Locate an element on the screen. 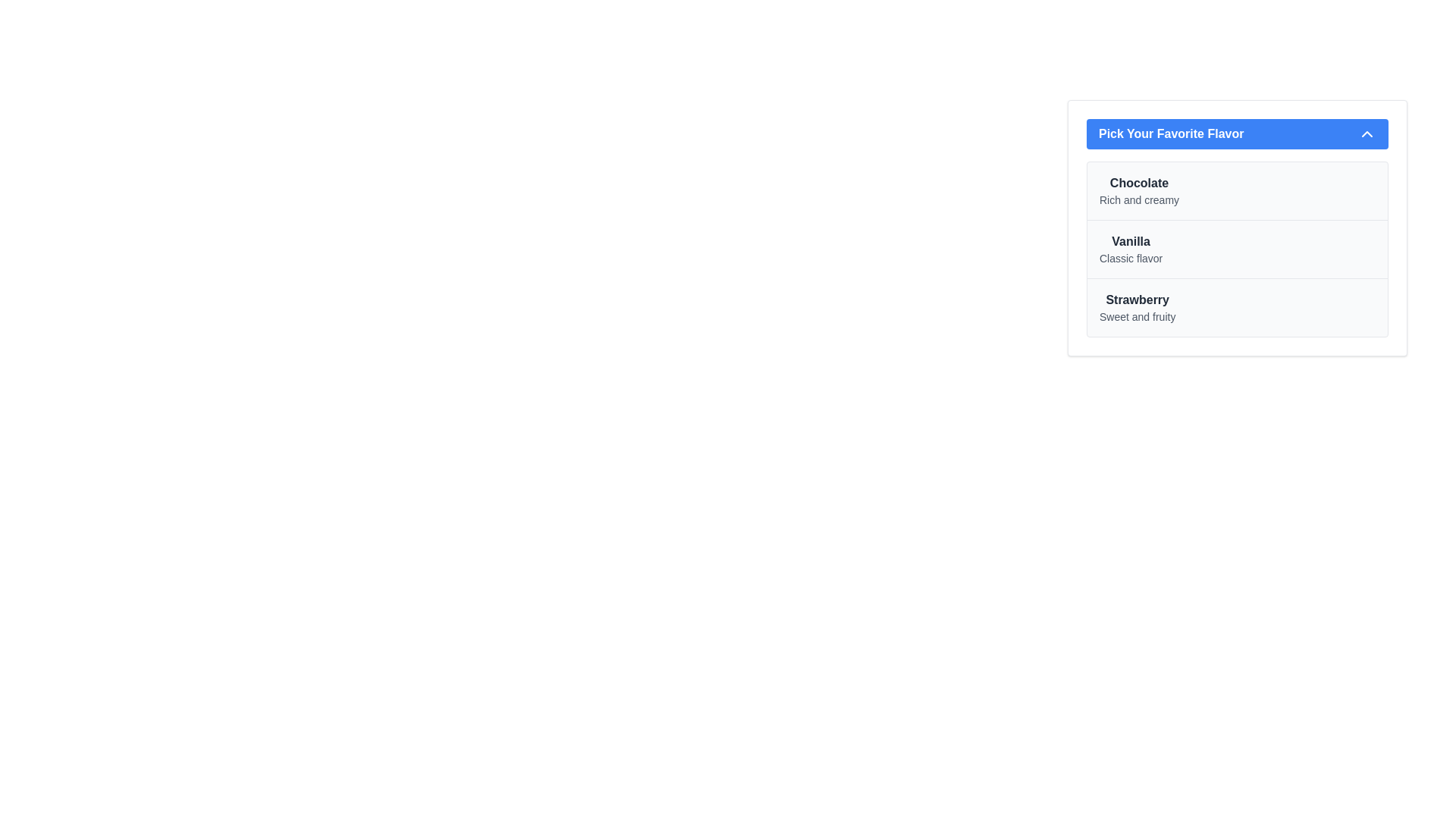 This screenshot has width=1456, height=819. the third item in the vertical list titled 'Pick Your Favorite Flavor', which displays 'Strawberry' as a flavor option with an accompanying description is located at coordinates (1137, 307).